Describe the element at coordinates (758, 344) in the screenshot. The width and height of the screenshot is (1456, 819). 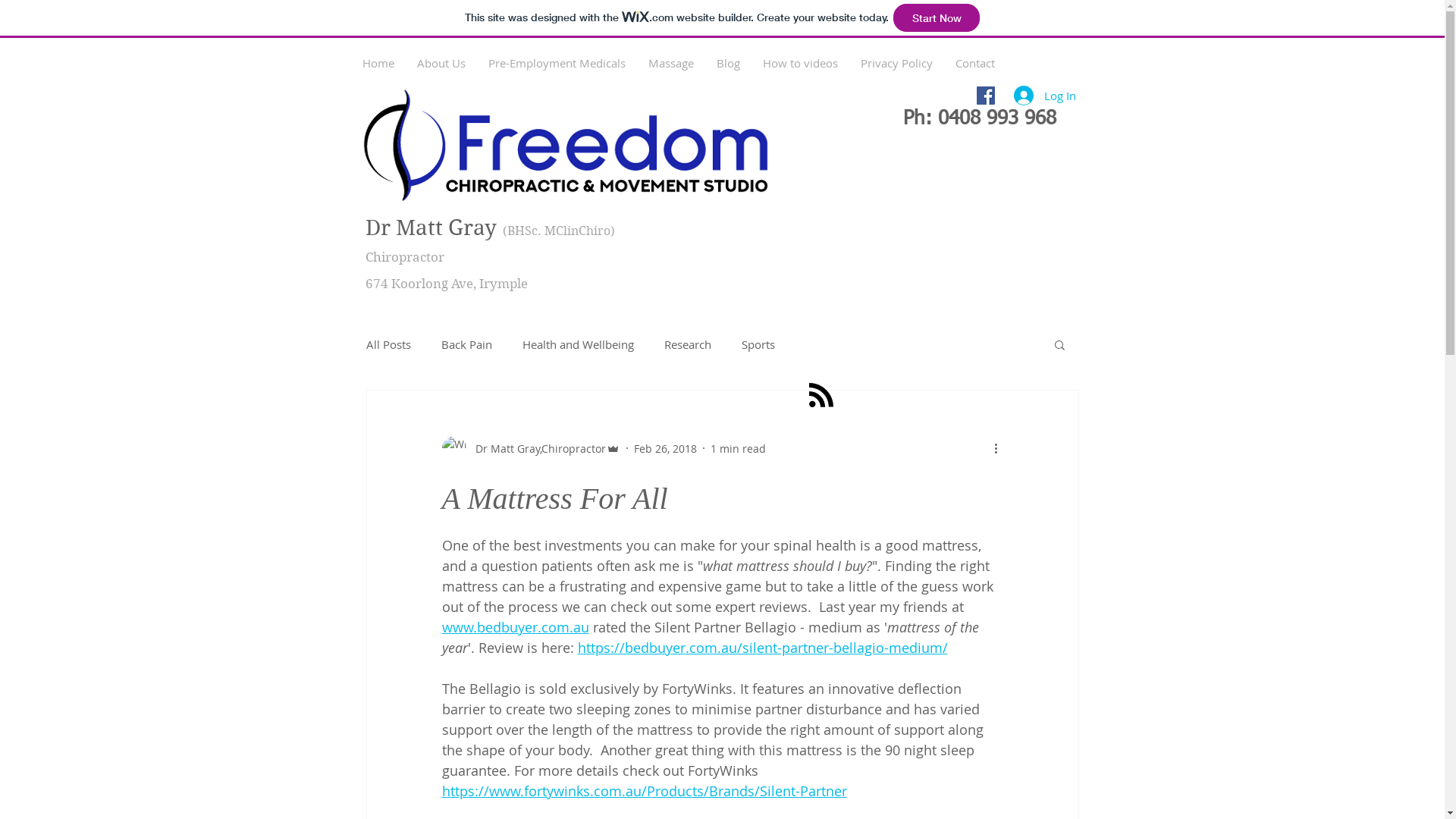
I see `'Sports'` at that location.